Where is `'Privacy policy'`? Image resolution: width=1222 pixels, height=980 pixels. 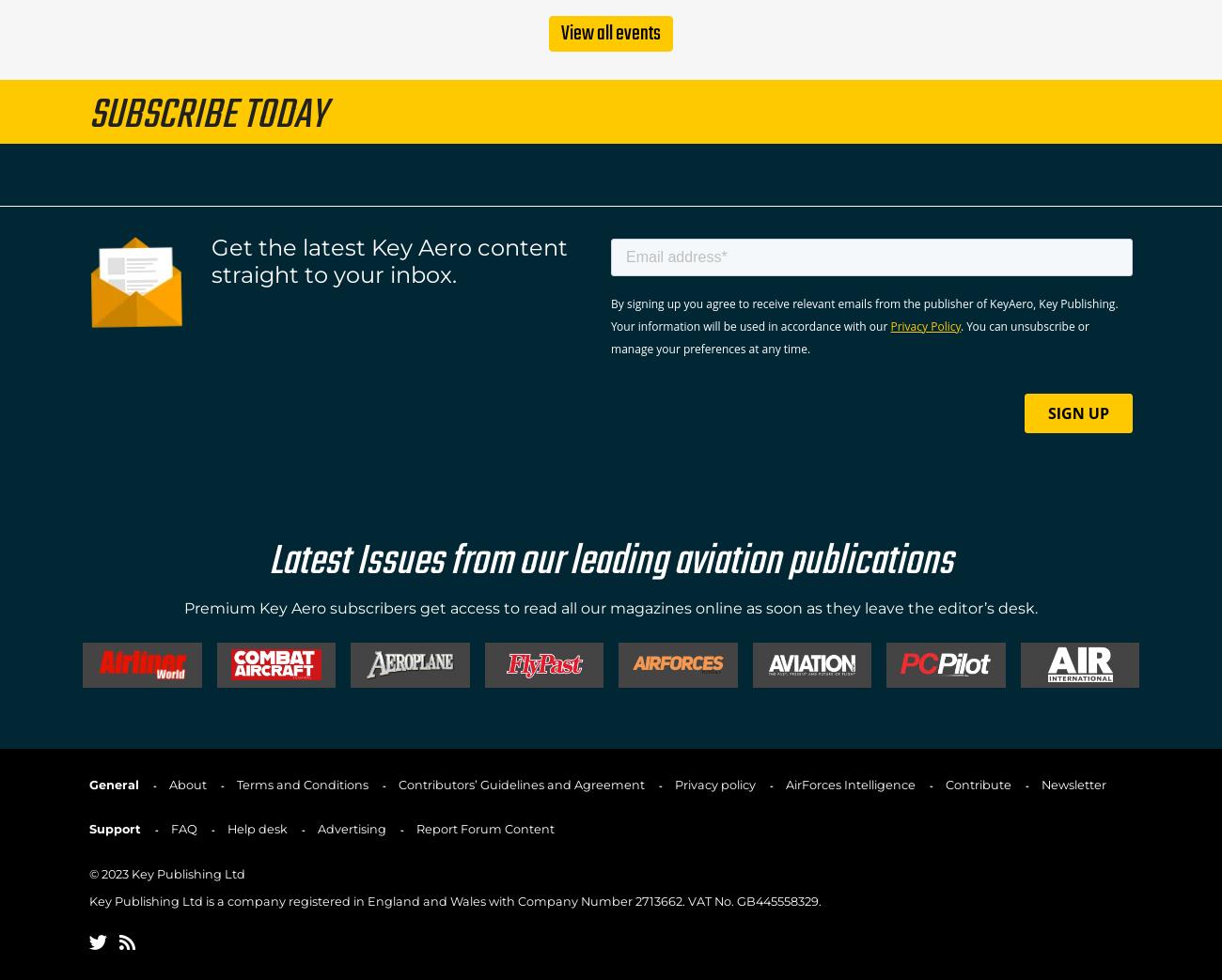
'Privacy policy' is located at coordinates (714, 784).